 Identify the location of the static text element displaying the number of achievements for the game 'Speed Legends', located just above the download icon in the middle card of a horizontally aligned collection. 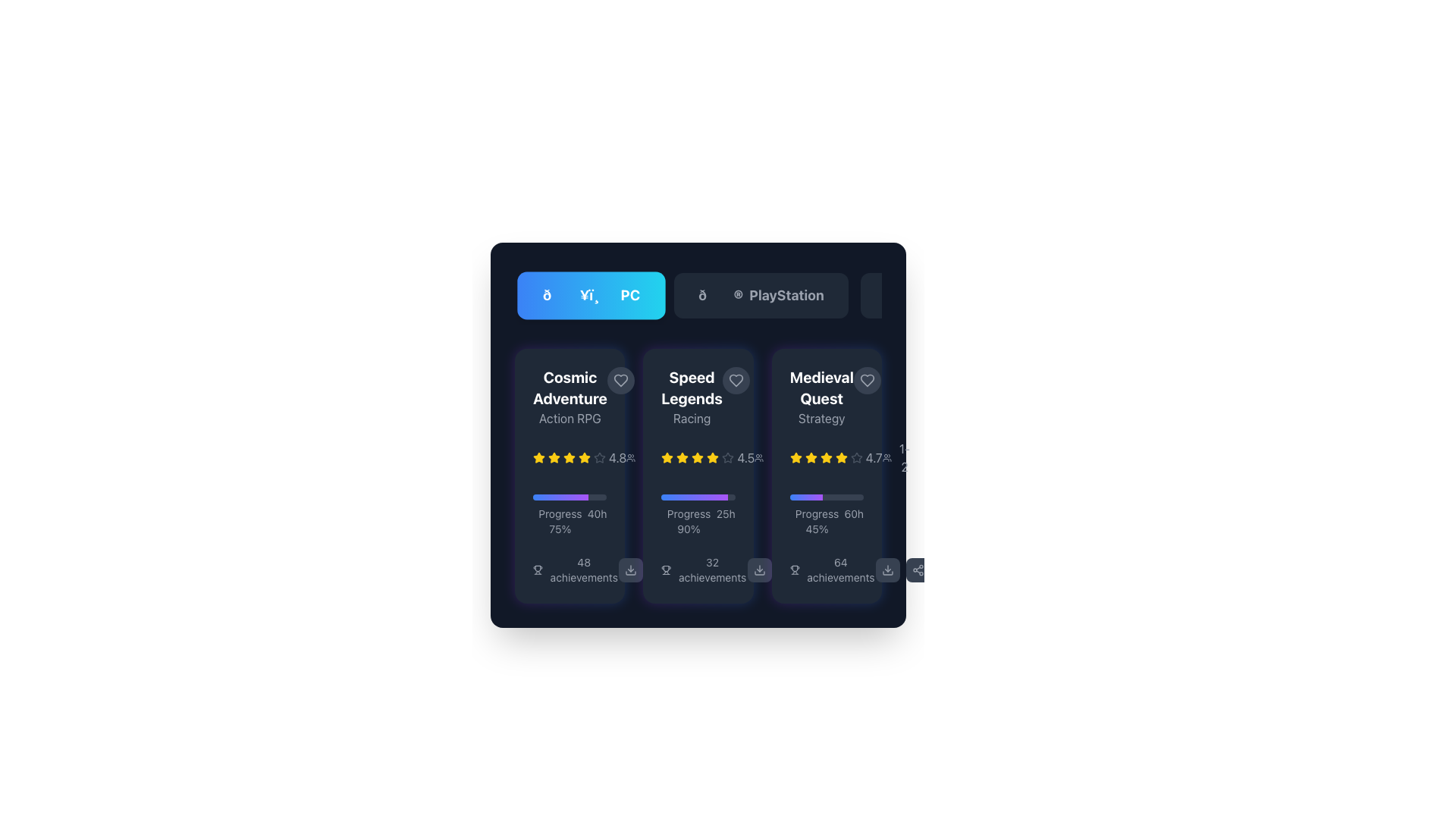
(703, 570).